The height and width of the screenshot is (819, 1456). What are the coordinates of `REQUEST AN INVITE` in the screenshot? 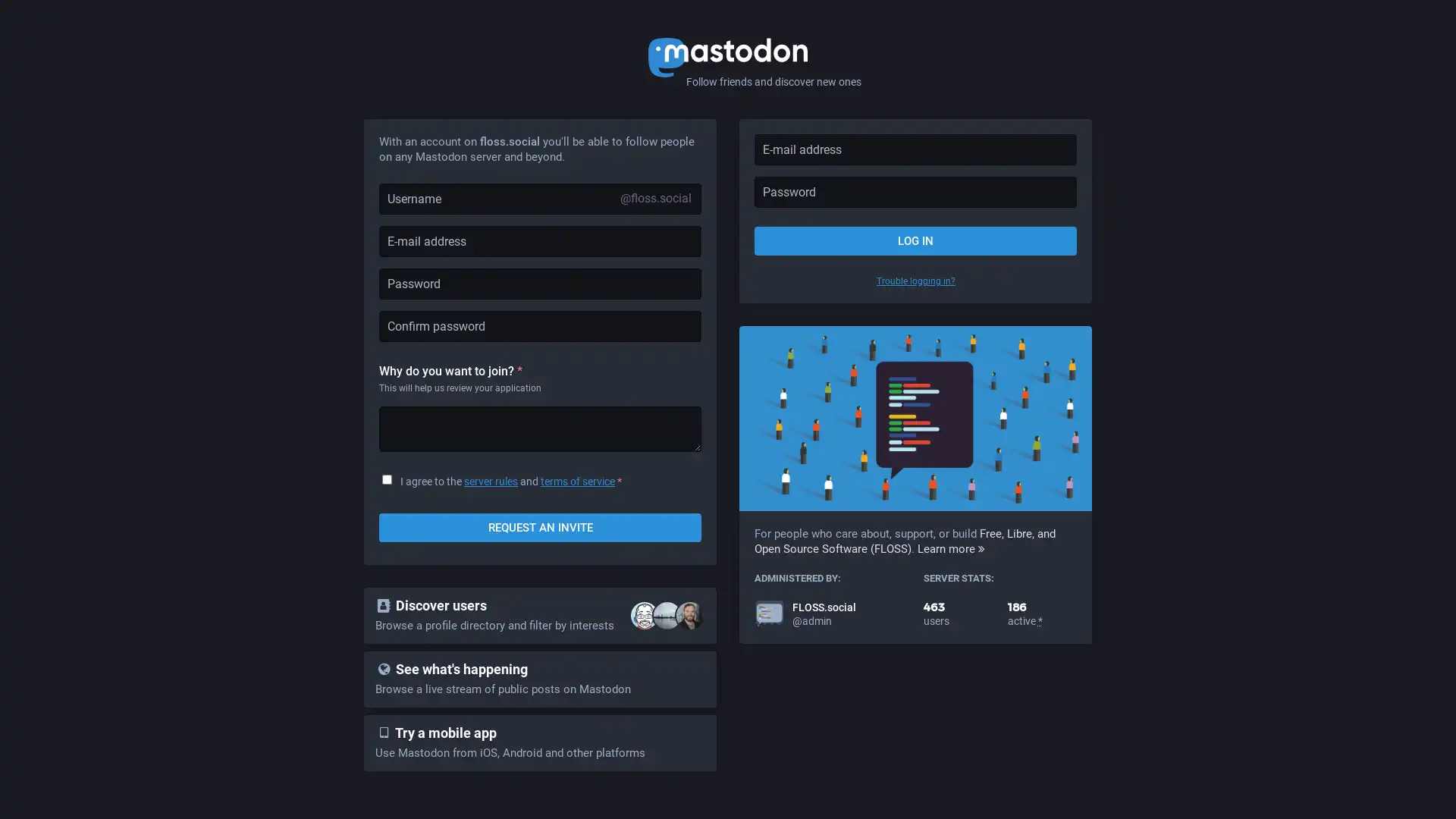 It's located at (540, 526).